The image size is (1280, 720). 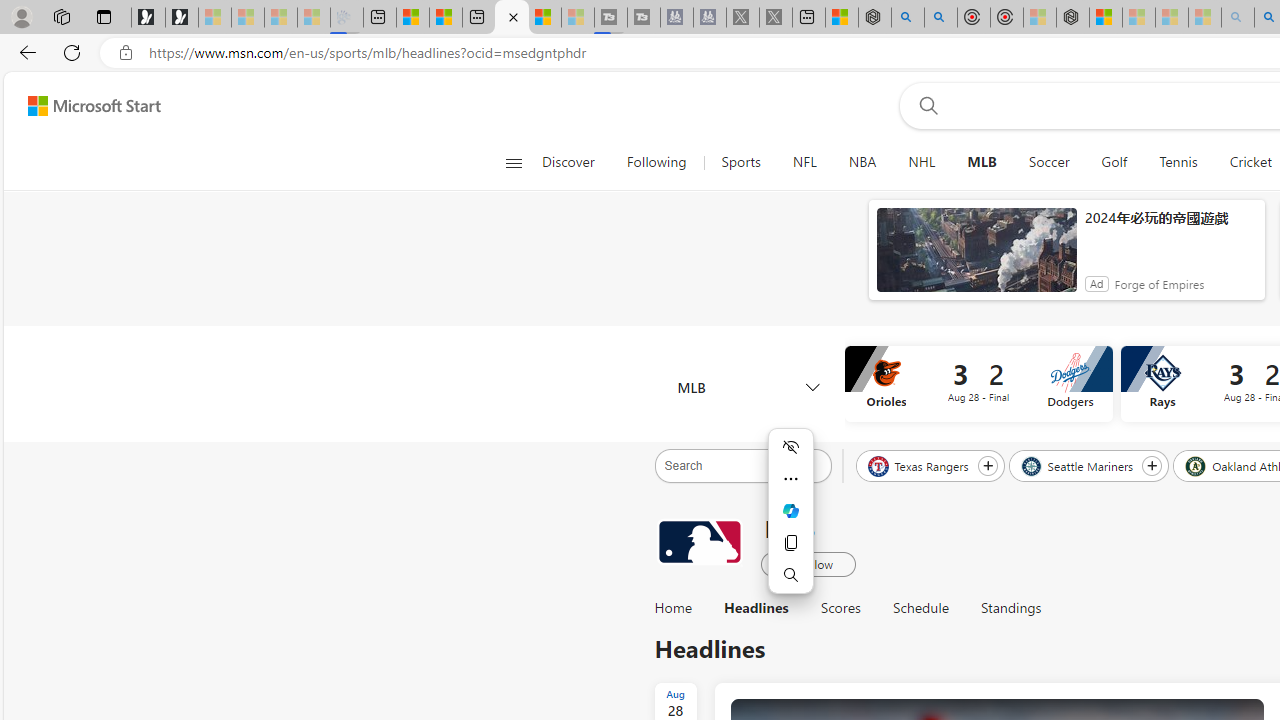 I want to click on 'More actions', so click(x=790, y=479).